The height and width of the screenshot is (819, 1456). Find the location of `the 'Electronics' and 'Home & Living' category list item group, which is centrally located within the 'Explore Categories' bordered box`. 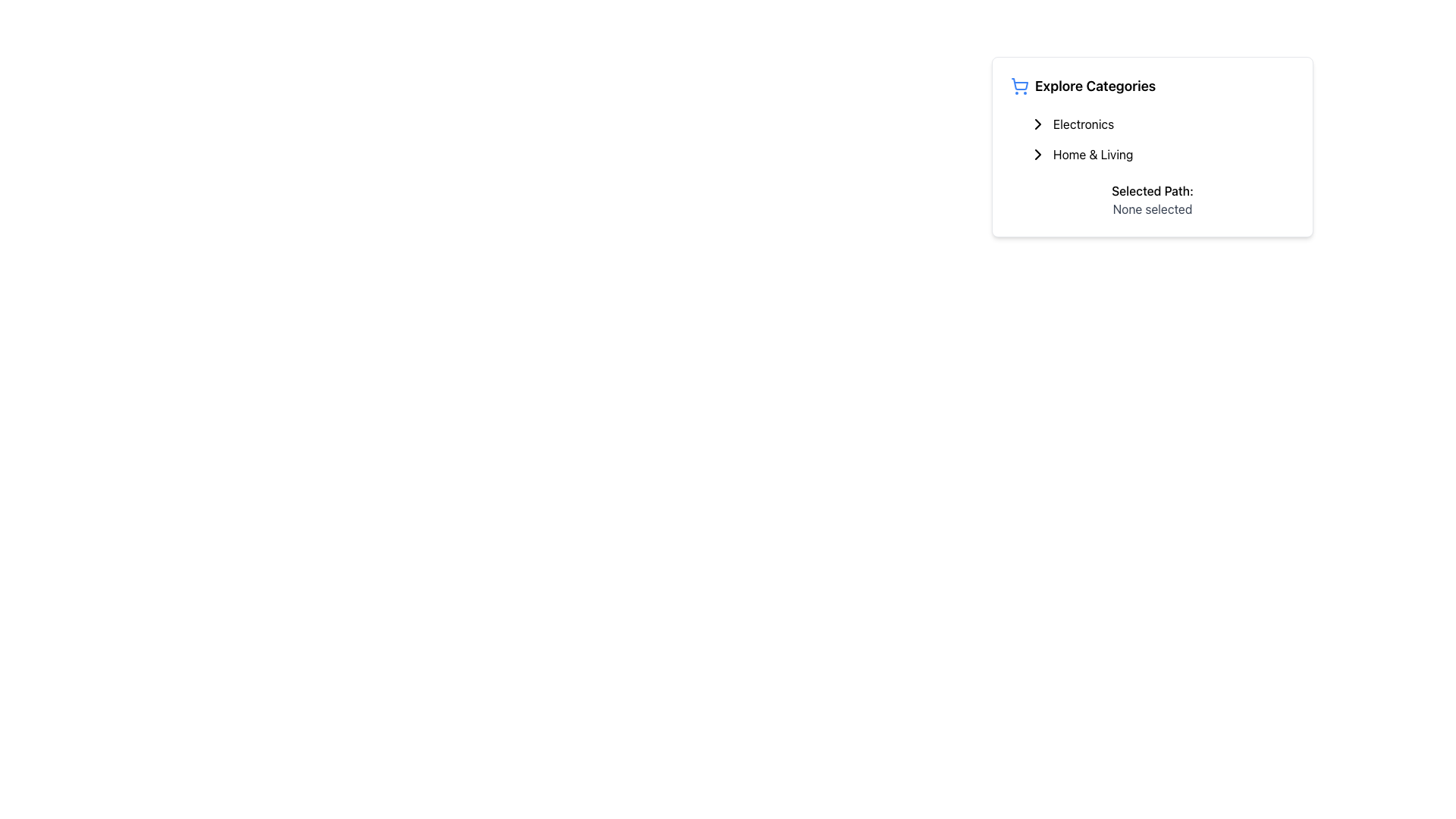

the 'Electronics' and 'Home & Living' category list item group, which is centrally located within the 'Explore Categories' bordered box is located at coordinates (1153, 140).